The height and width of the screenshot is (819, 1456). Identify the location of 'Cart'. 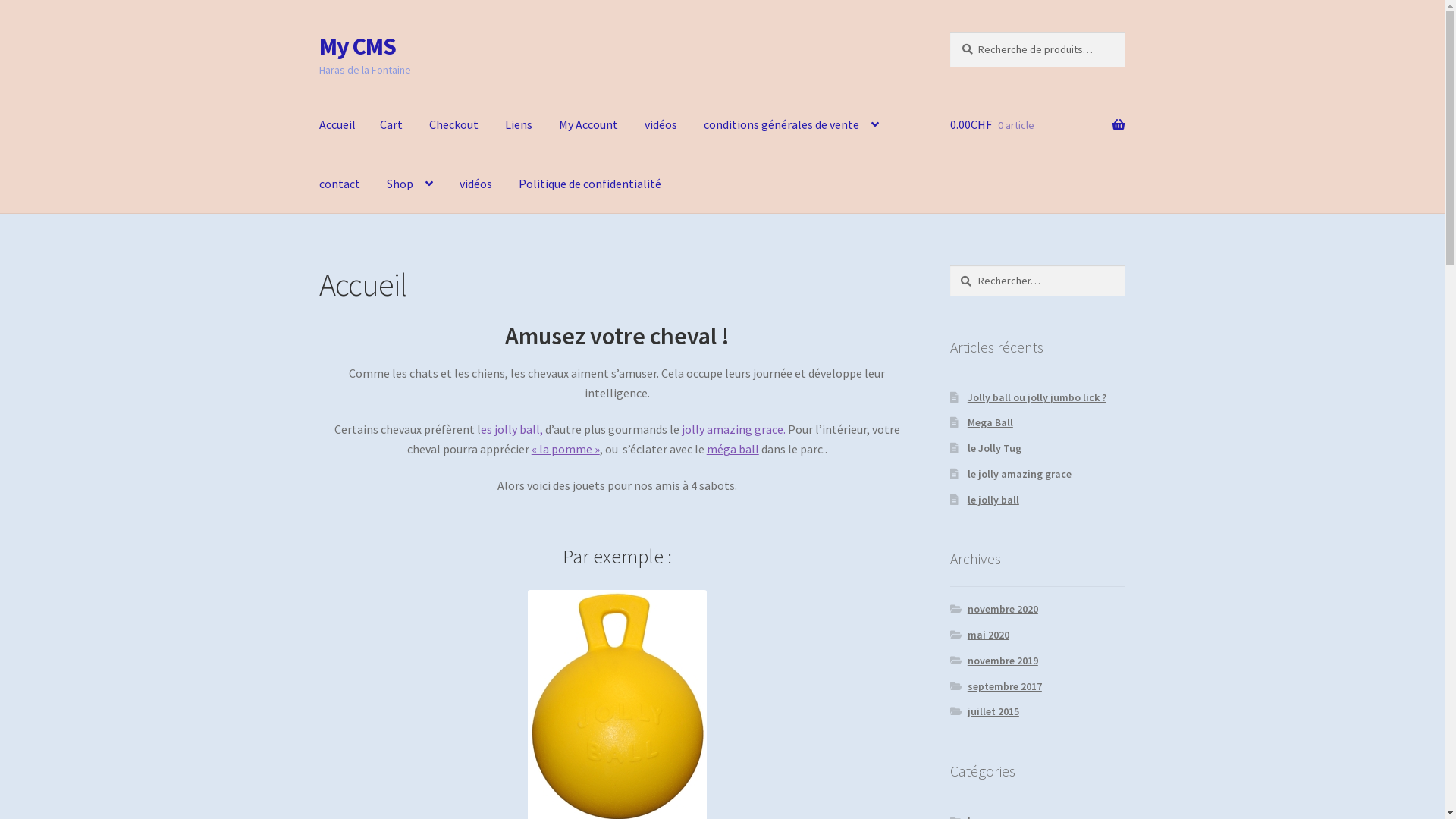
(367, 124).